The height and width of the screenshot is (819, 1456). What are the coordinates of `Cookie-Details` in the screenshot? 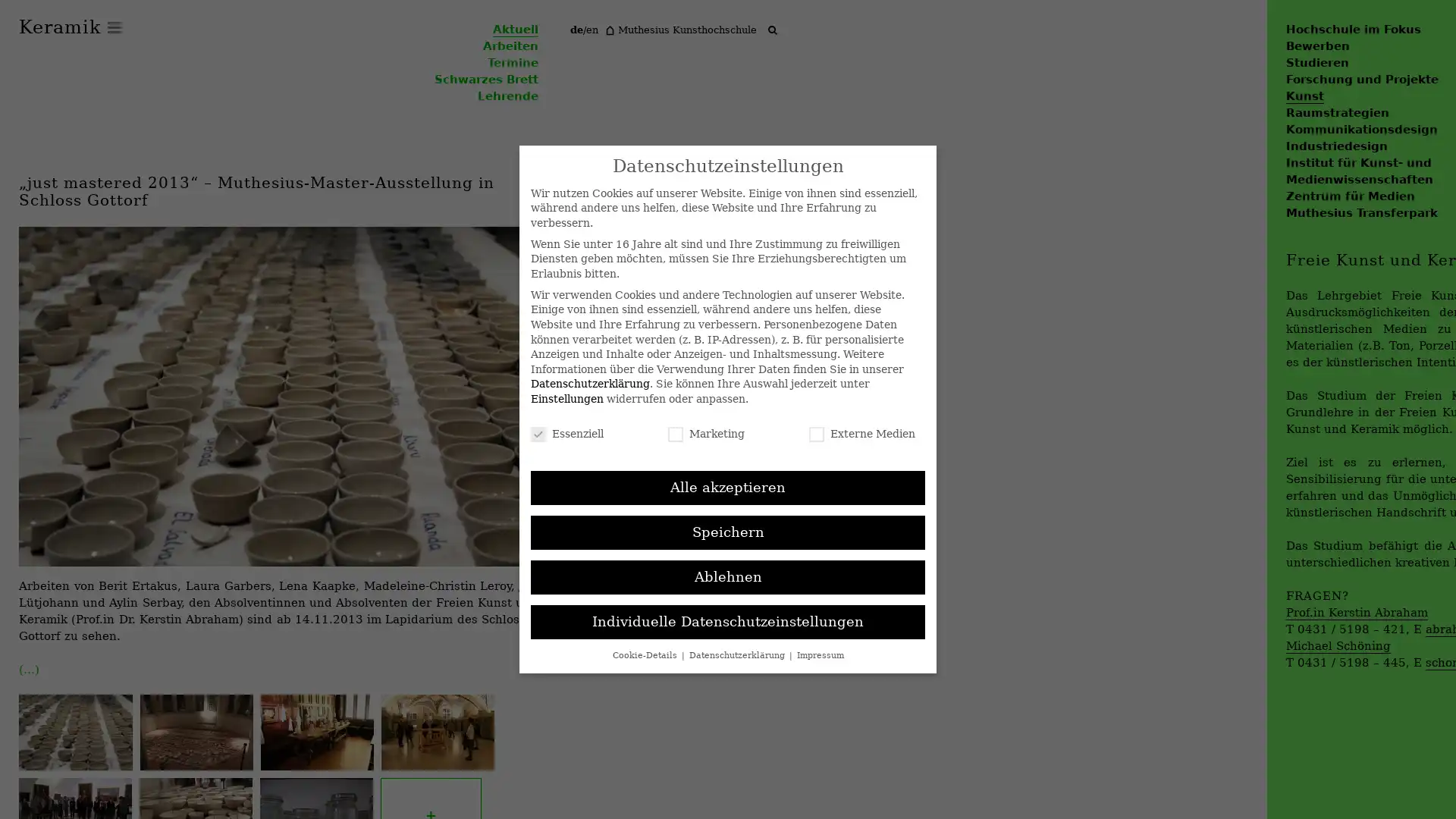 It's located at (645, 654).